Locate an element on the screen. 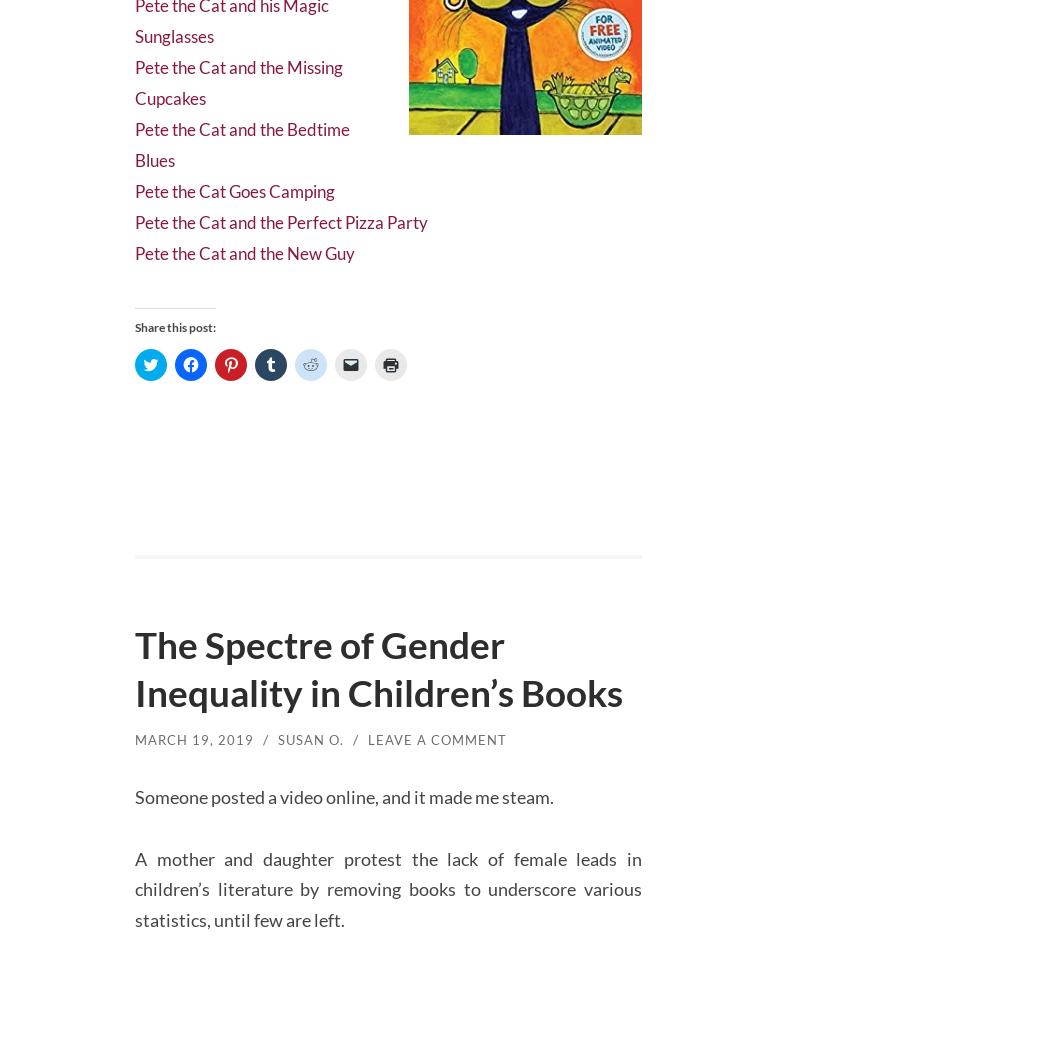 Image resolution: width=1050 pixels, height=1037 pixels. 'Pete the Cat and the Missing Cupcakes' is located at coordinates (246, 66).